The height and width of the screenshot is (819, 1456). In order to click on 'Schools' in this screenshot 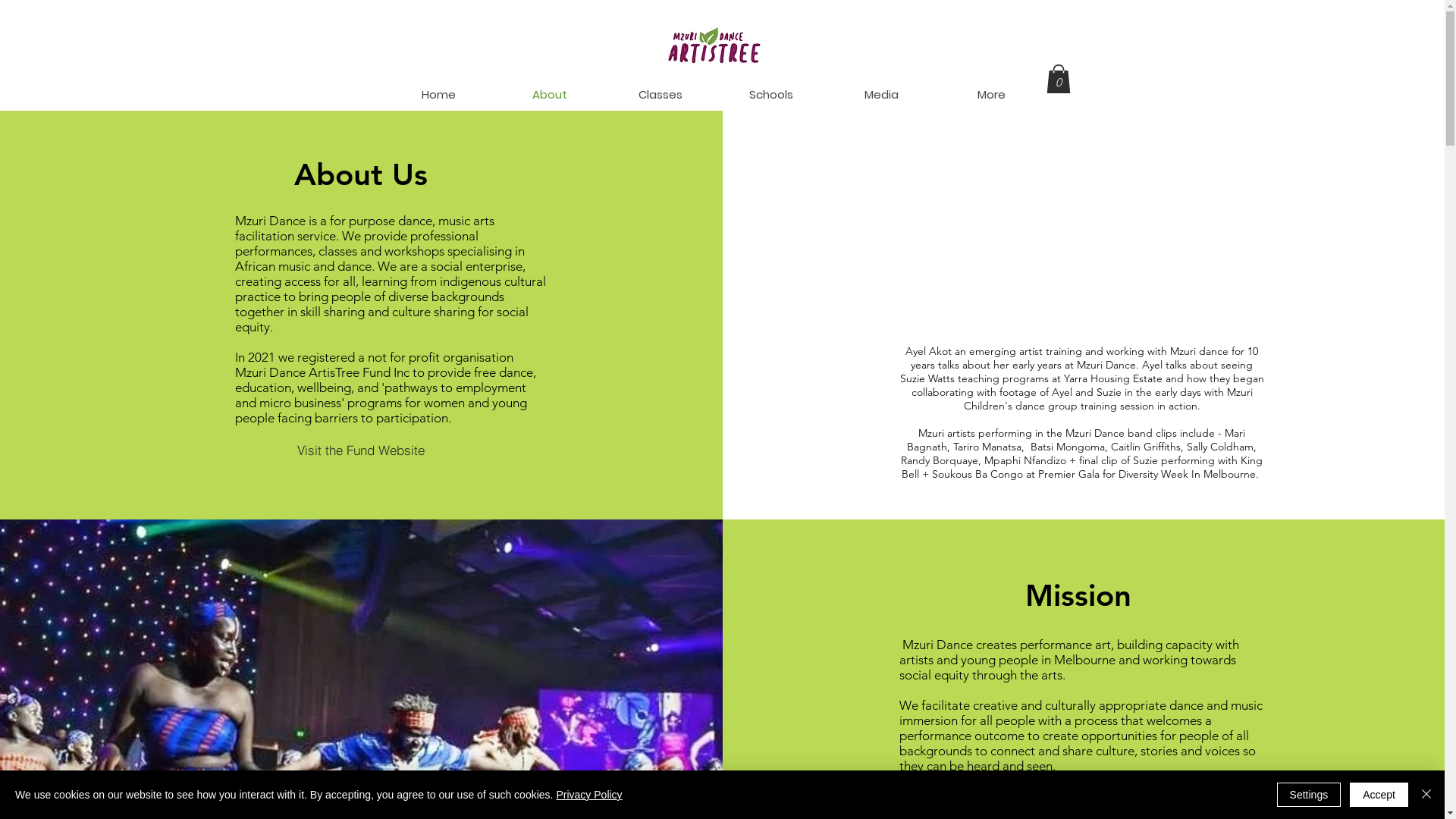, I will do `click(771, 94)`.